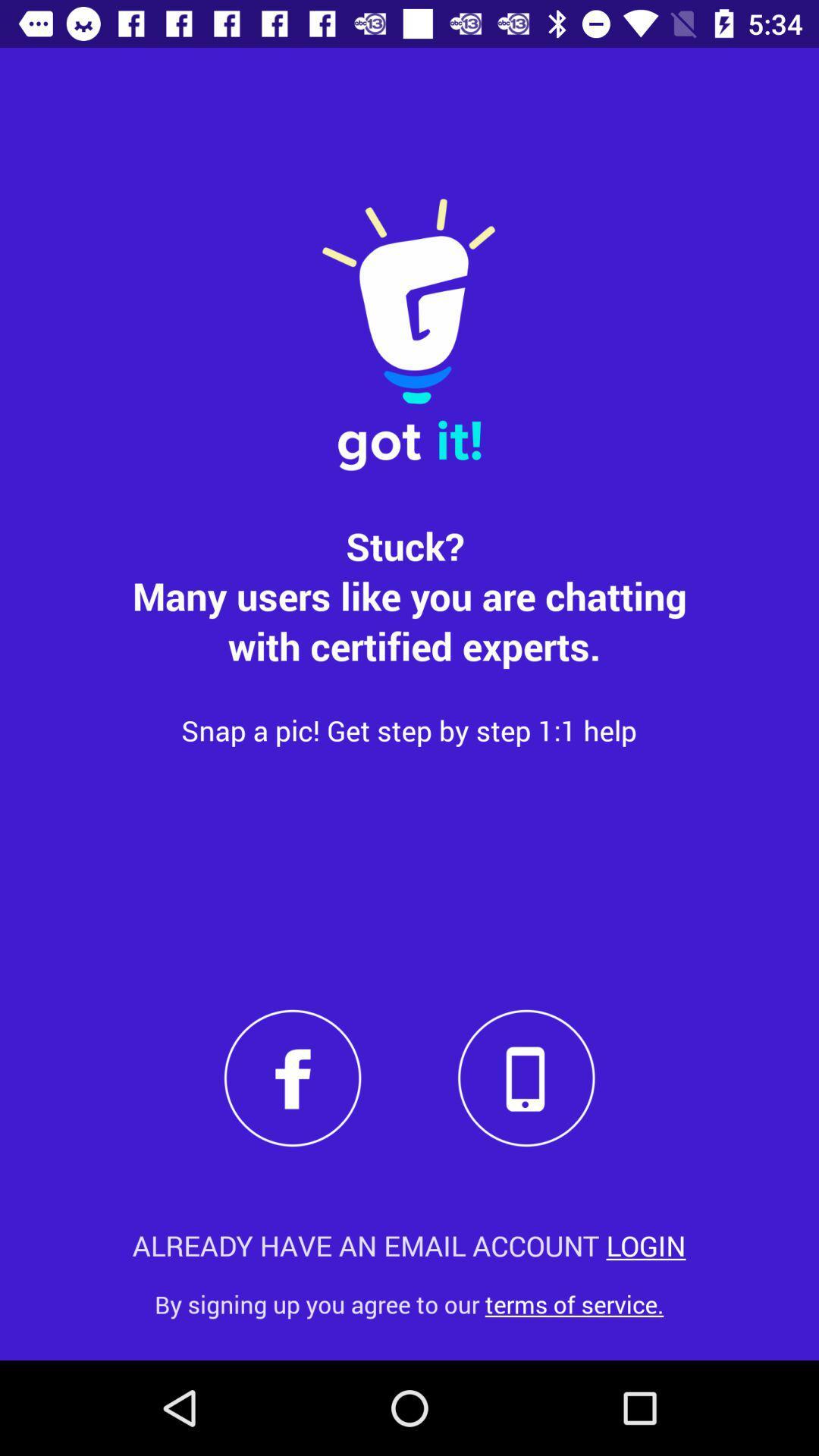 The height and width of the screenshot is (1456, 819). What do you see at coordinates (526, 1077) in the screenshot?
I see `phone` at bounding box center [526, 1077].